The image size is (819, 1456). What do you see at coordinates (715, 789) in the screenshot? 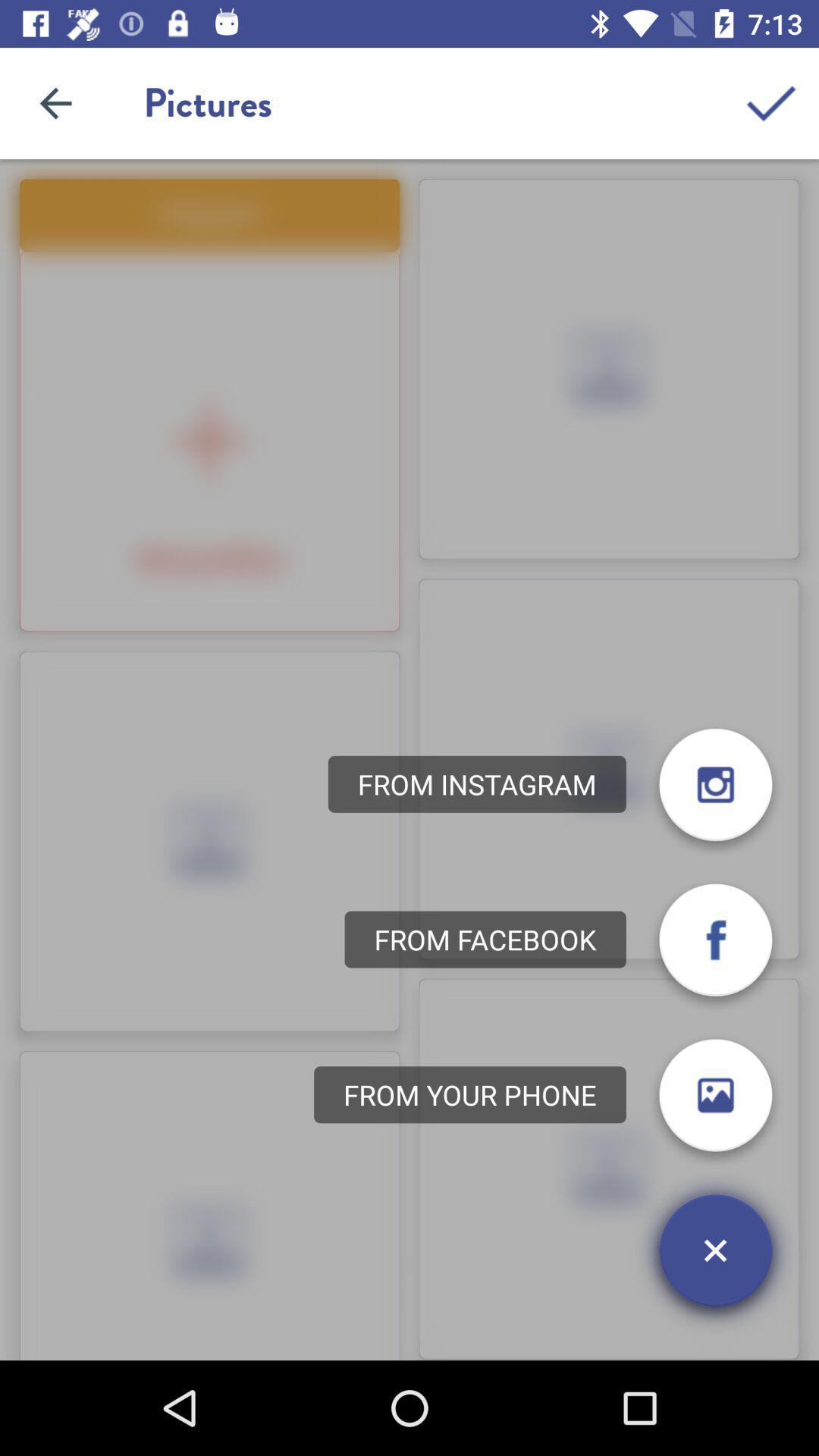
I see `the photo icon` at bounding box center [715, 789].